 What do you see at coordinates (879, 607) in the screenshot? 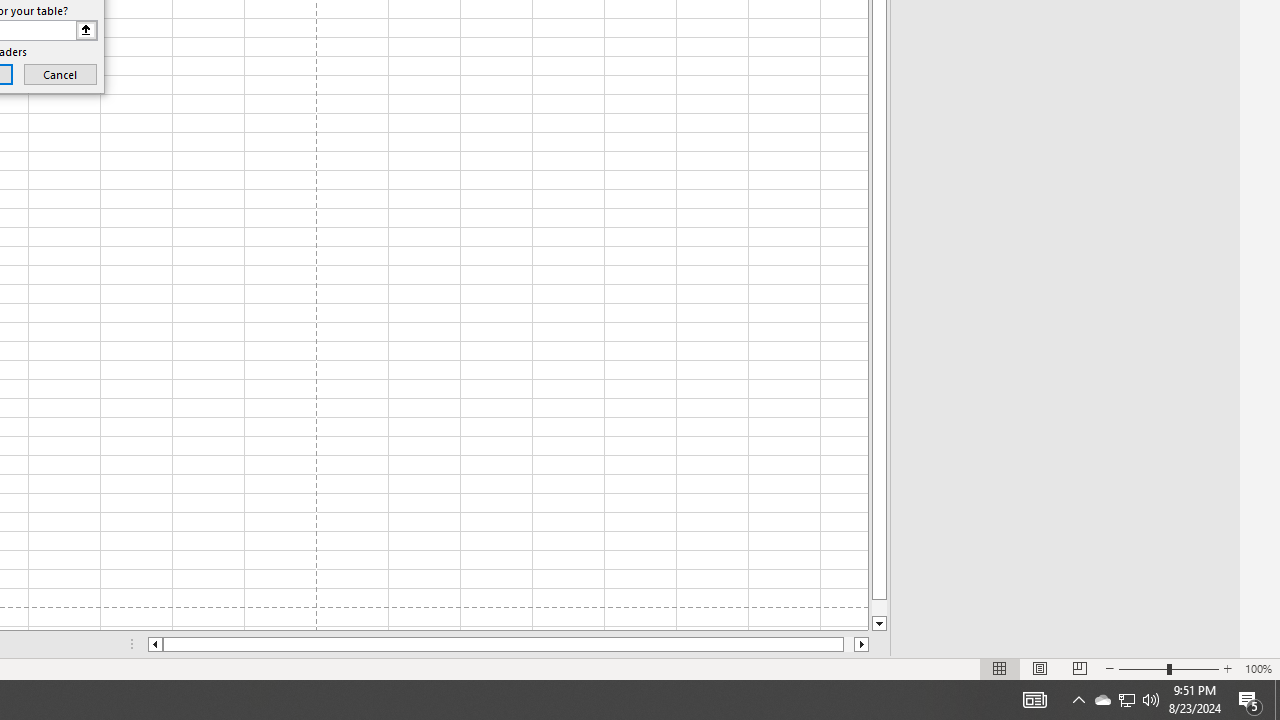
I see `'Page down'` at bounding box center [879, 607].